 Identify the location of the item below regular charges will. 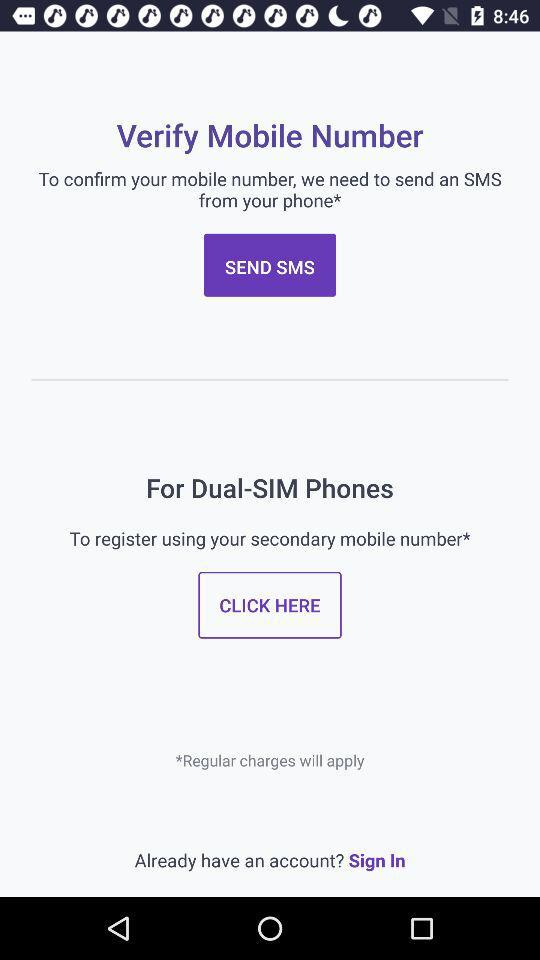
(270, 859).